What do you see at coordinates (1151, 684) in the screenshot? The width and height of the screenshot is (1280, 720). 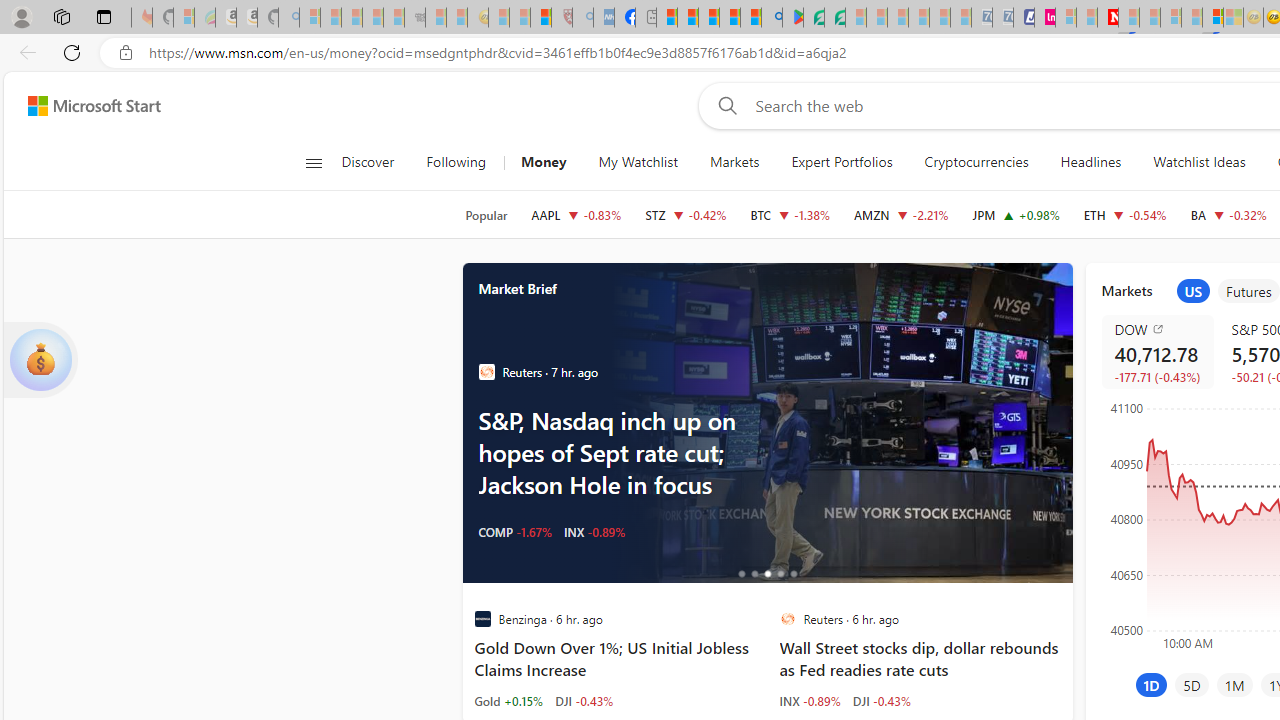 I see `'1D'` at bounding box center [1151, 684].